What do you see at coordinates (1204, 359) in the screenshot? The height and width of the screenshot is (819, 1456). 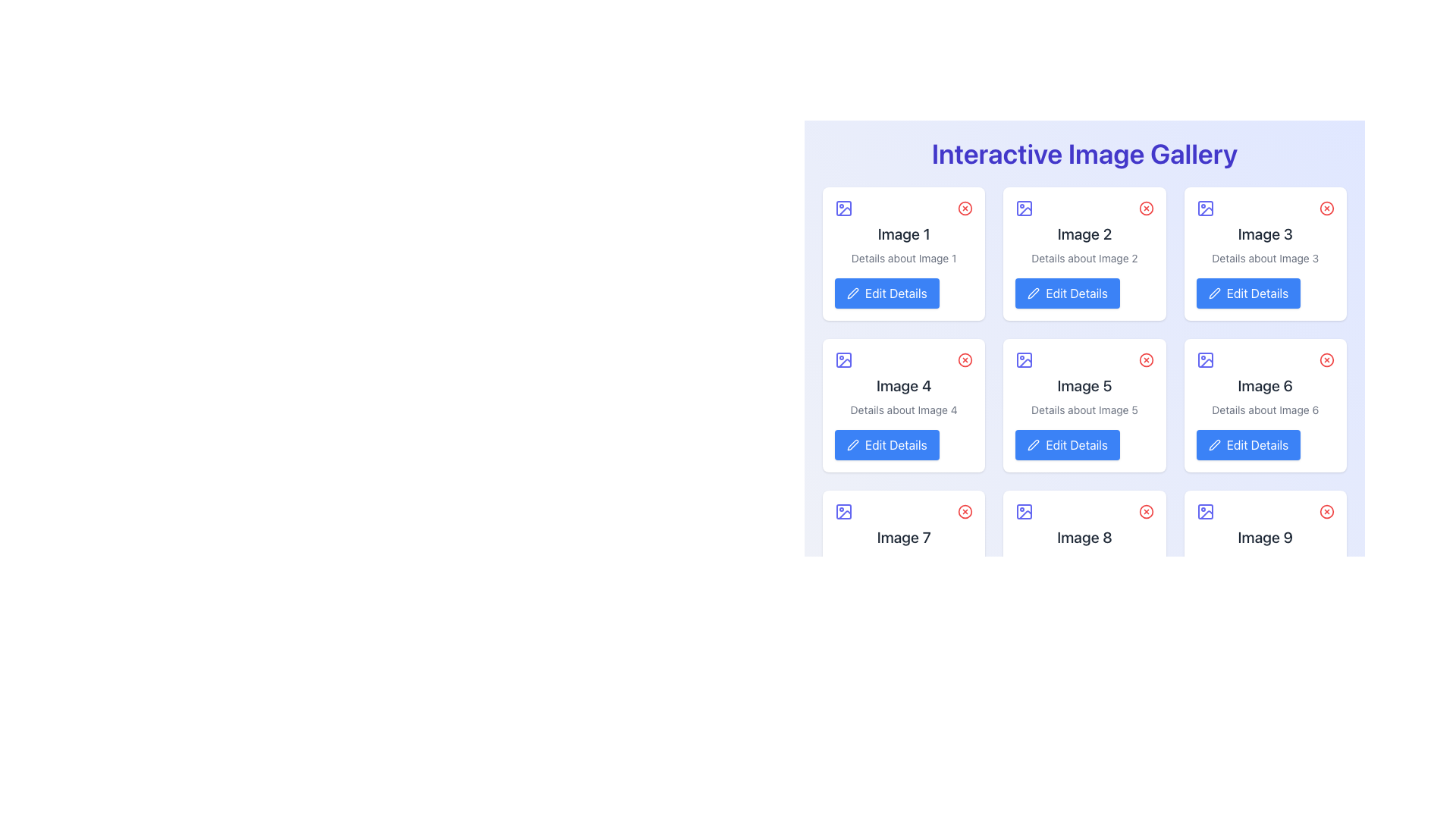 I see `the SVG icon representing an image within the 'Image 6' card, located at the top-left area of the card` at bounding box center [1204, 359].